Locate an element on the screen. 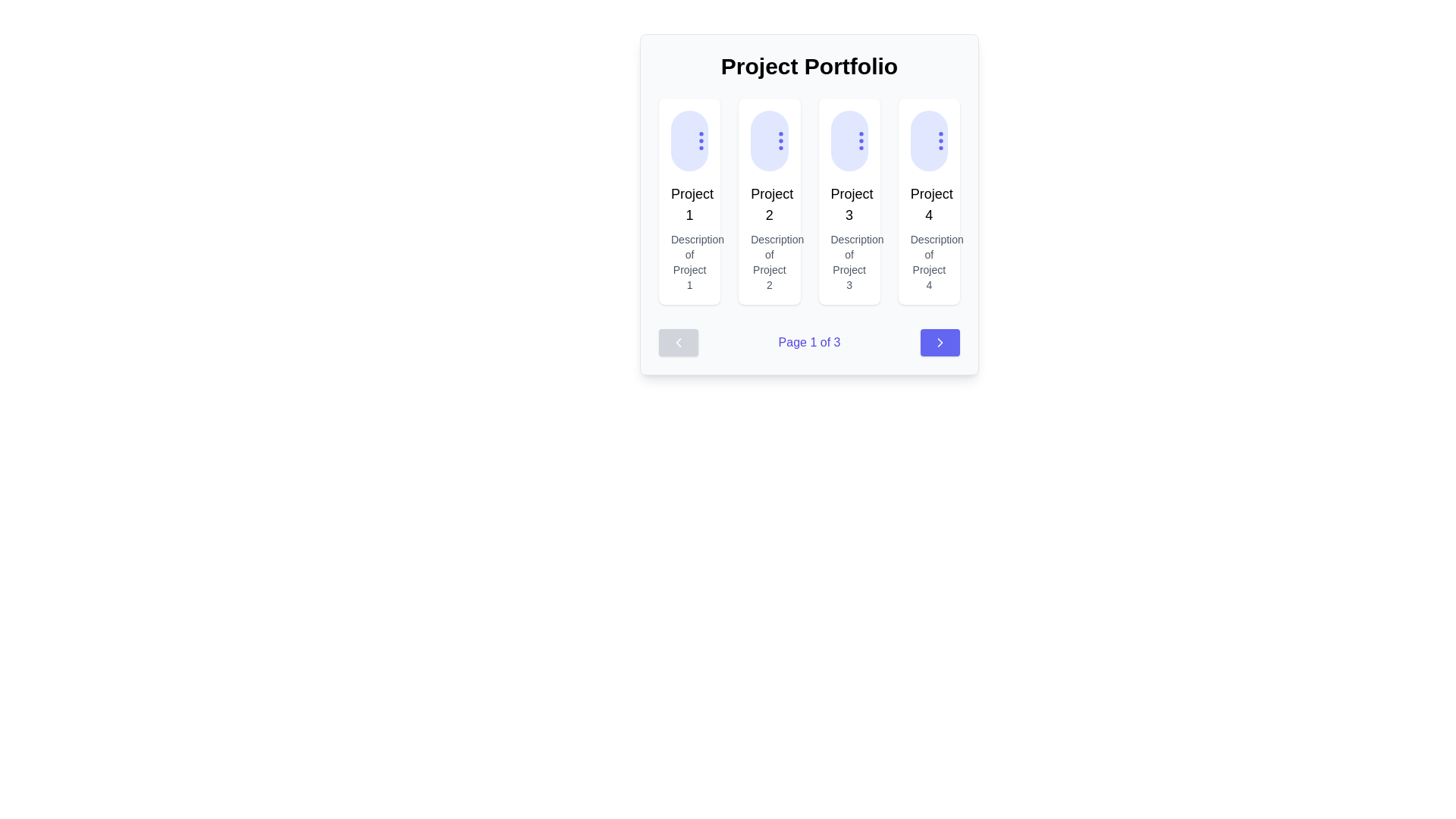 The height and width of the screenshot is (819, 1456). the chevron icon is located at coordinates (939, 342).